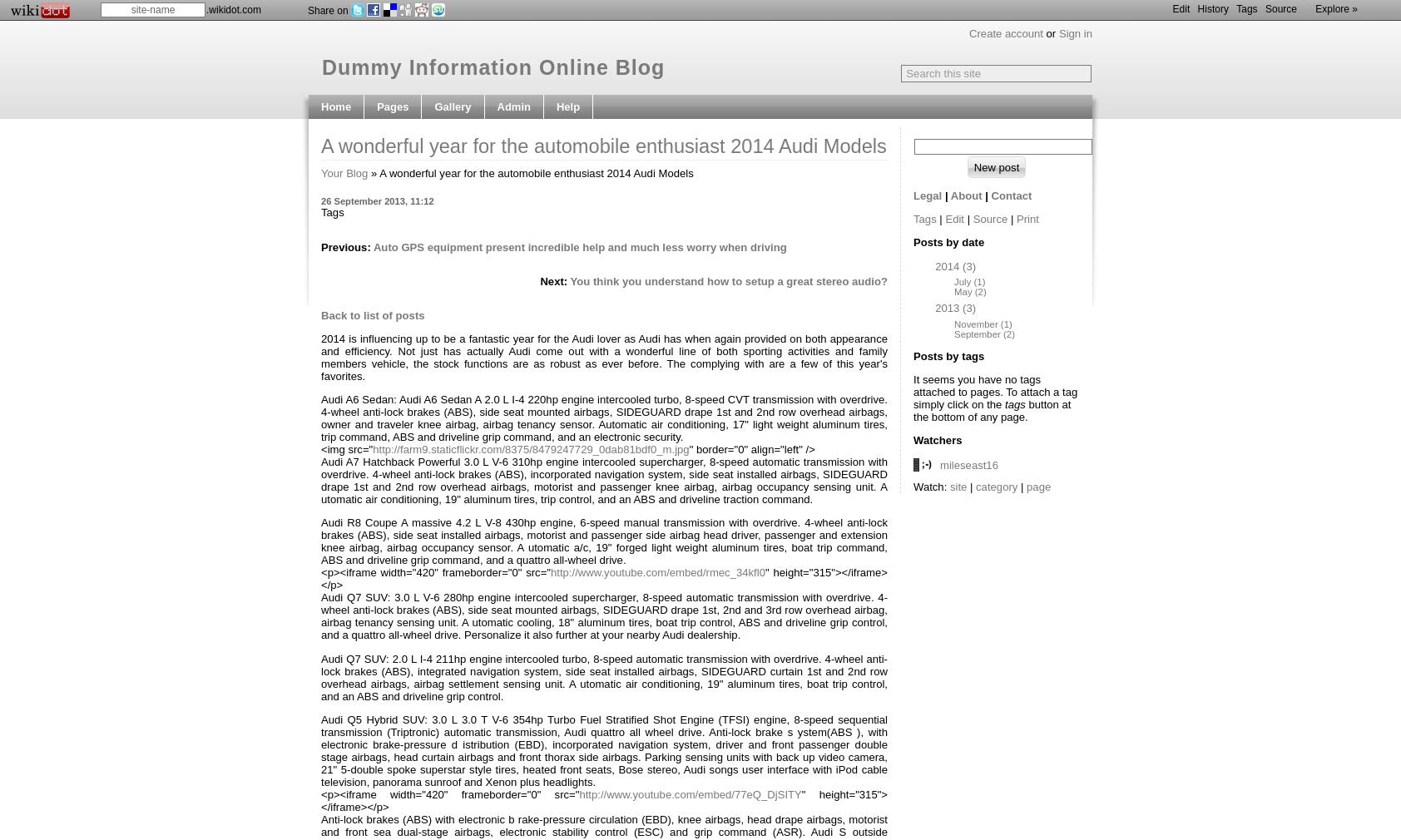 Image resolution: width=1401 pixels, height=840 pixels. What do you see at coordinates (728, 280) in the screenshot?
I see `'You think you understand how to setup a great stereo audio?'` at bounding box center [728, 280].